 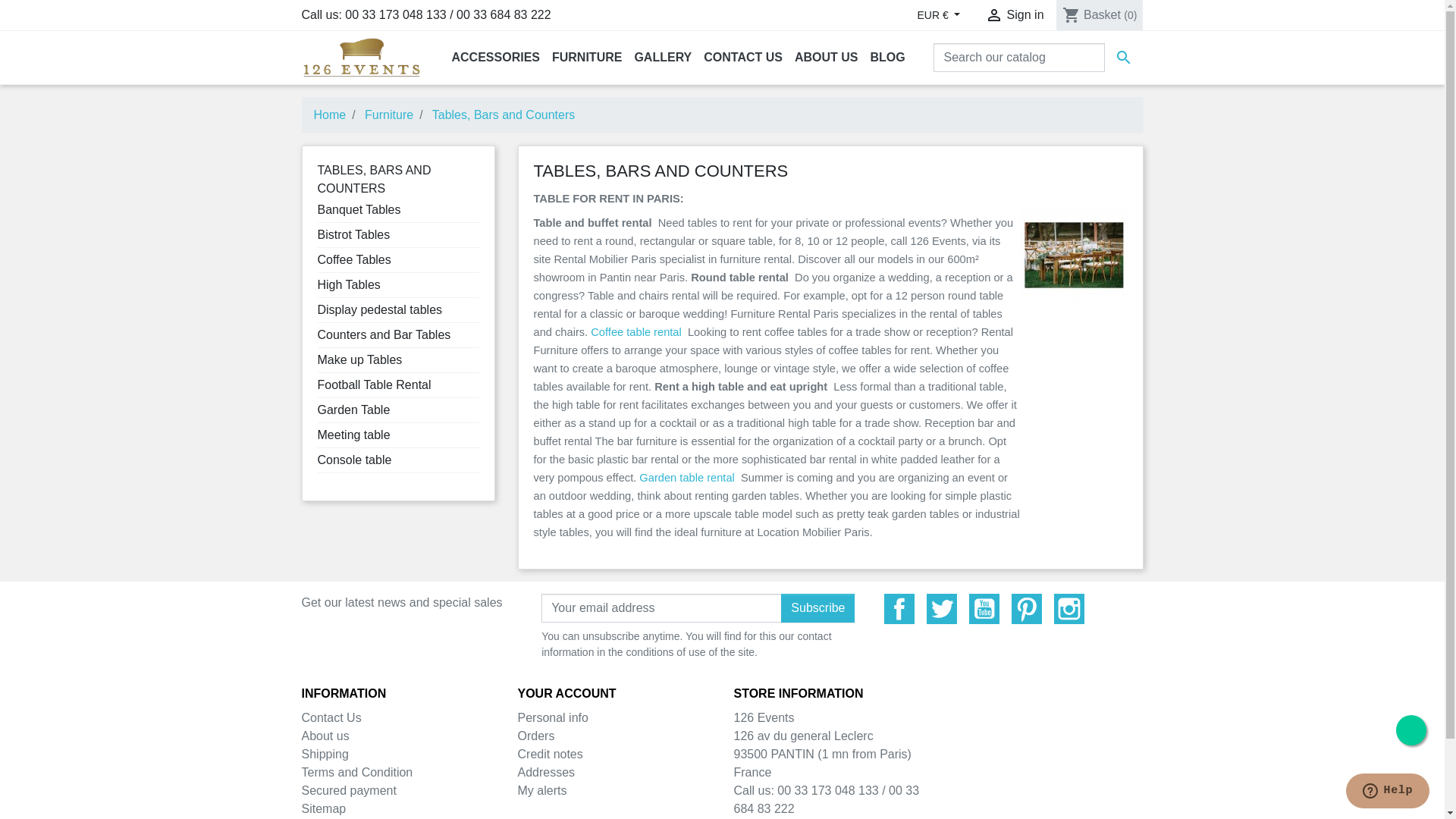 I want to click on 'Opens a widget where you can chat to one of our agents', so click(x=1387, y=792).